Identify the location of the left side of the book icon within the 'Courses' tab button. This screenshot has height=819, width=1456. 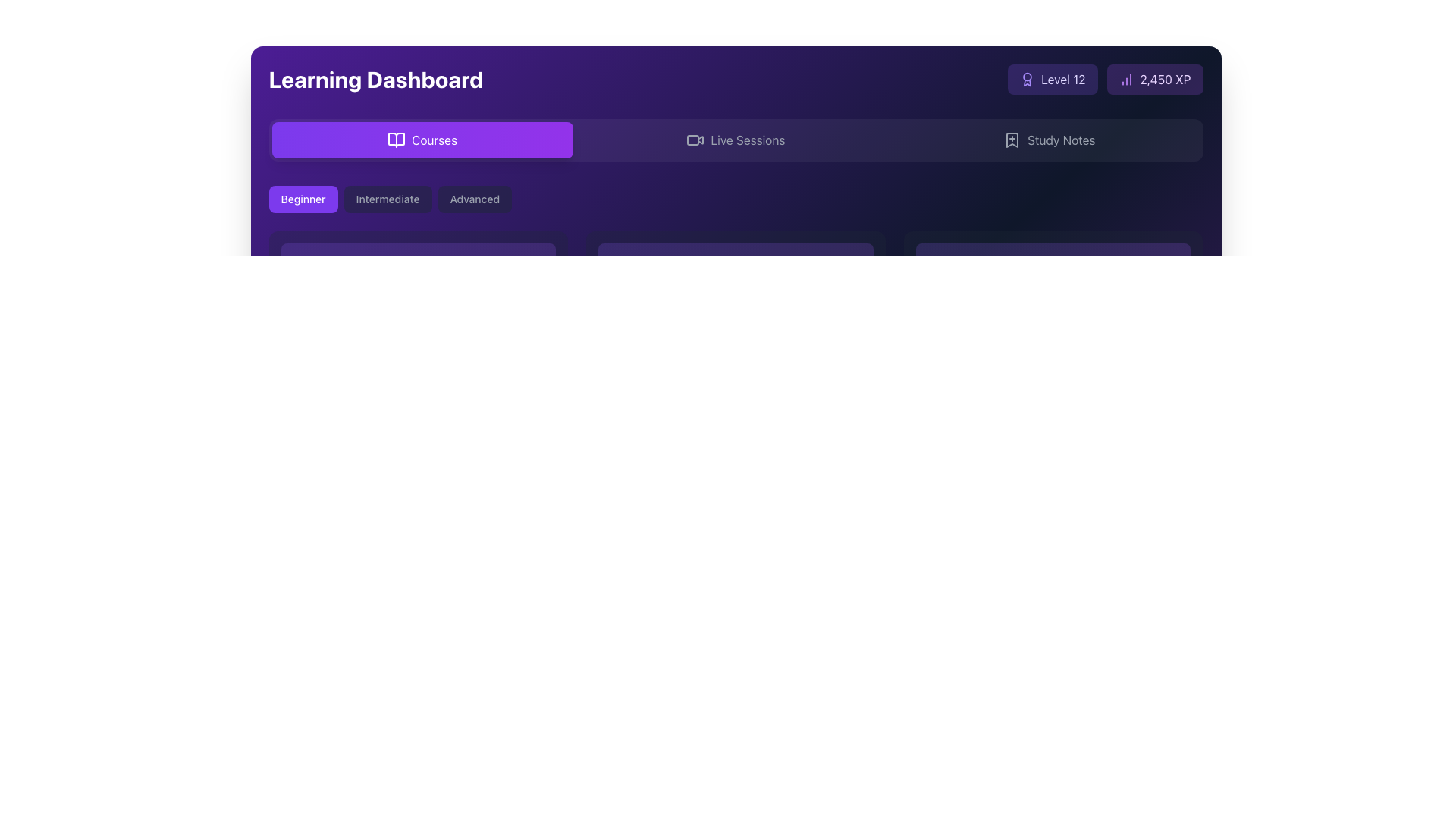
(397, 140).